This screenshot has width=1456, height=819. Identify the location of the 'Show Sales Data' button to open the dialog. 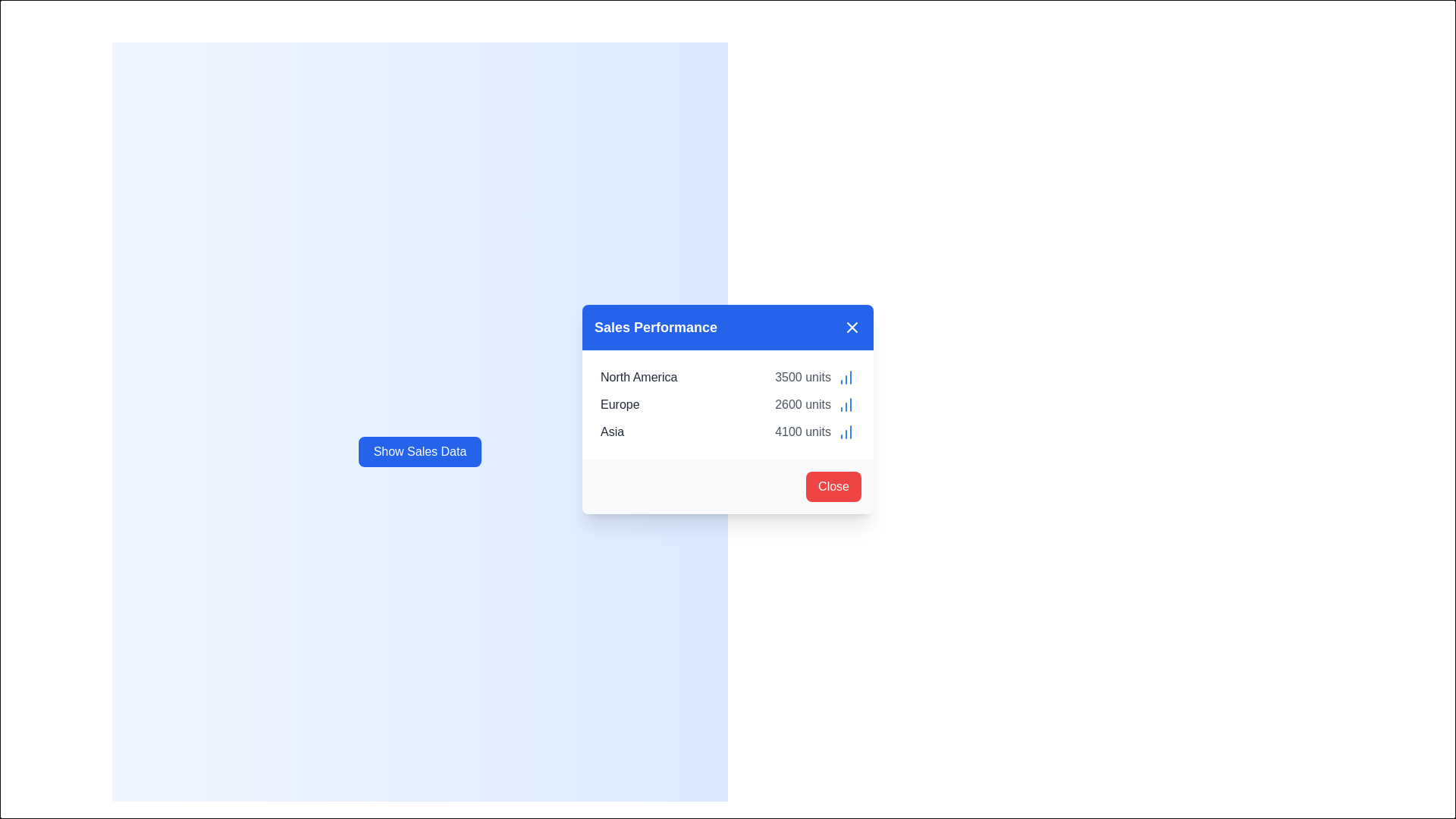
(419, 451).